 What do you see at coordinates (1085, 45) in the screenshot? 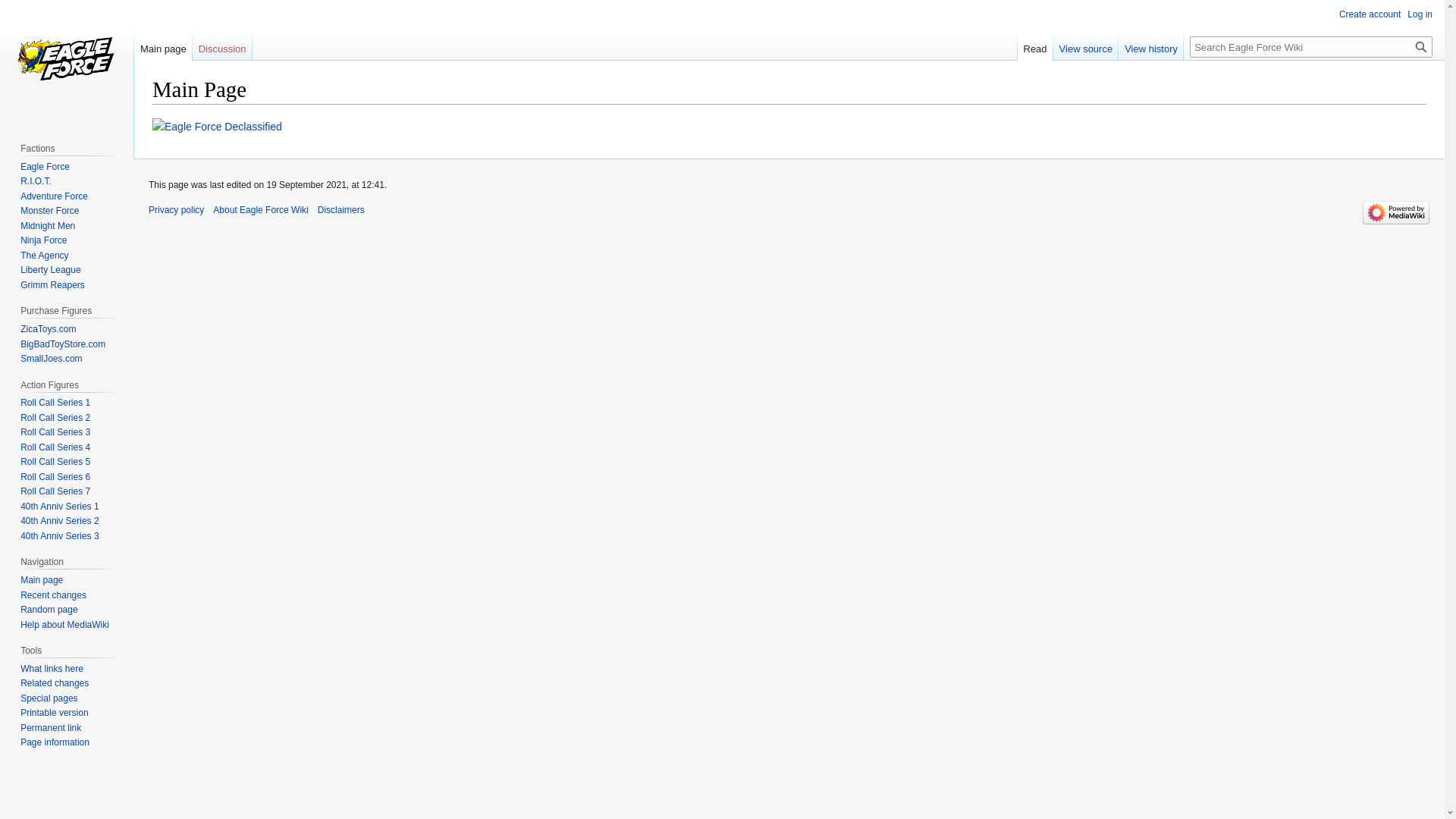
I see `'View source'` at bounding box center [1085, 45].